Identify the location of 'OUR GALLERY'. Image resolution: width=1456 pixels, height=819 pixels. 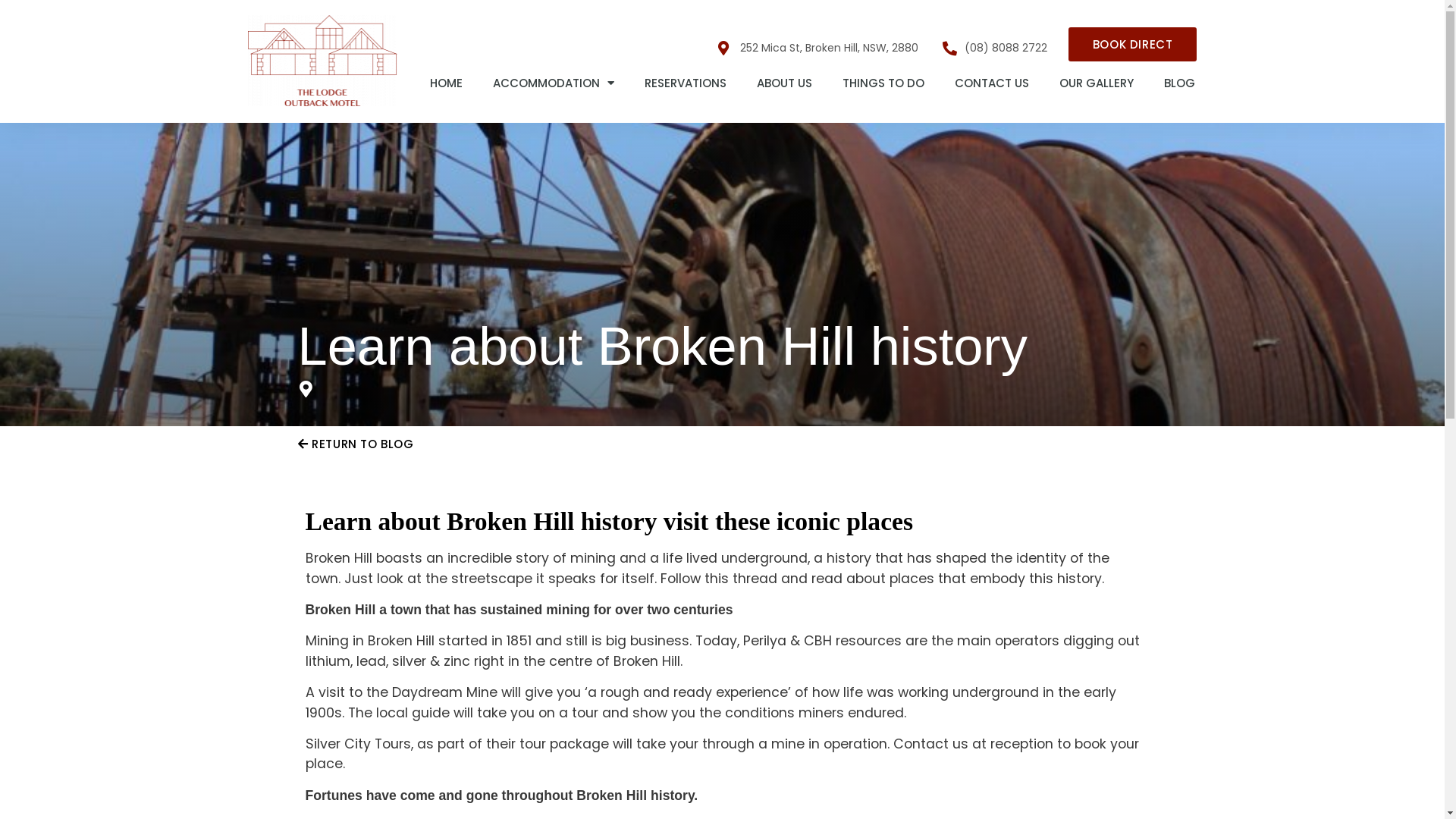
(1096, 83).